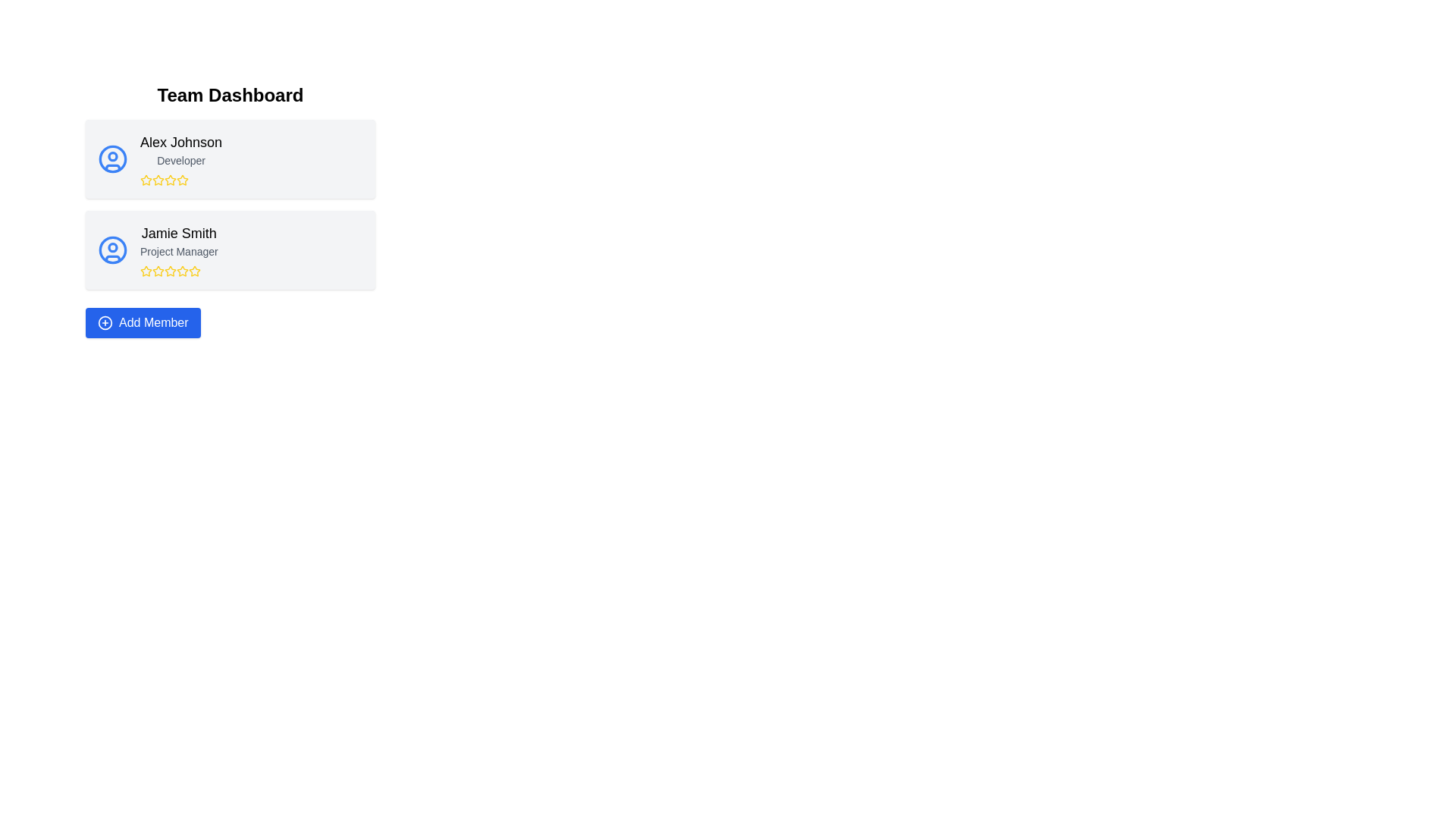 This screenshot has width=1456, height=819. What do you see at coordinates (105, 322) in the screenshot?
I see `the icon that represents a visual indicator for adding a new entity, which is located within the 'Add Member' button at the bottom of the page` at bounding box center [105, 322].